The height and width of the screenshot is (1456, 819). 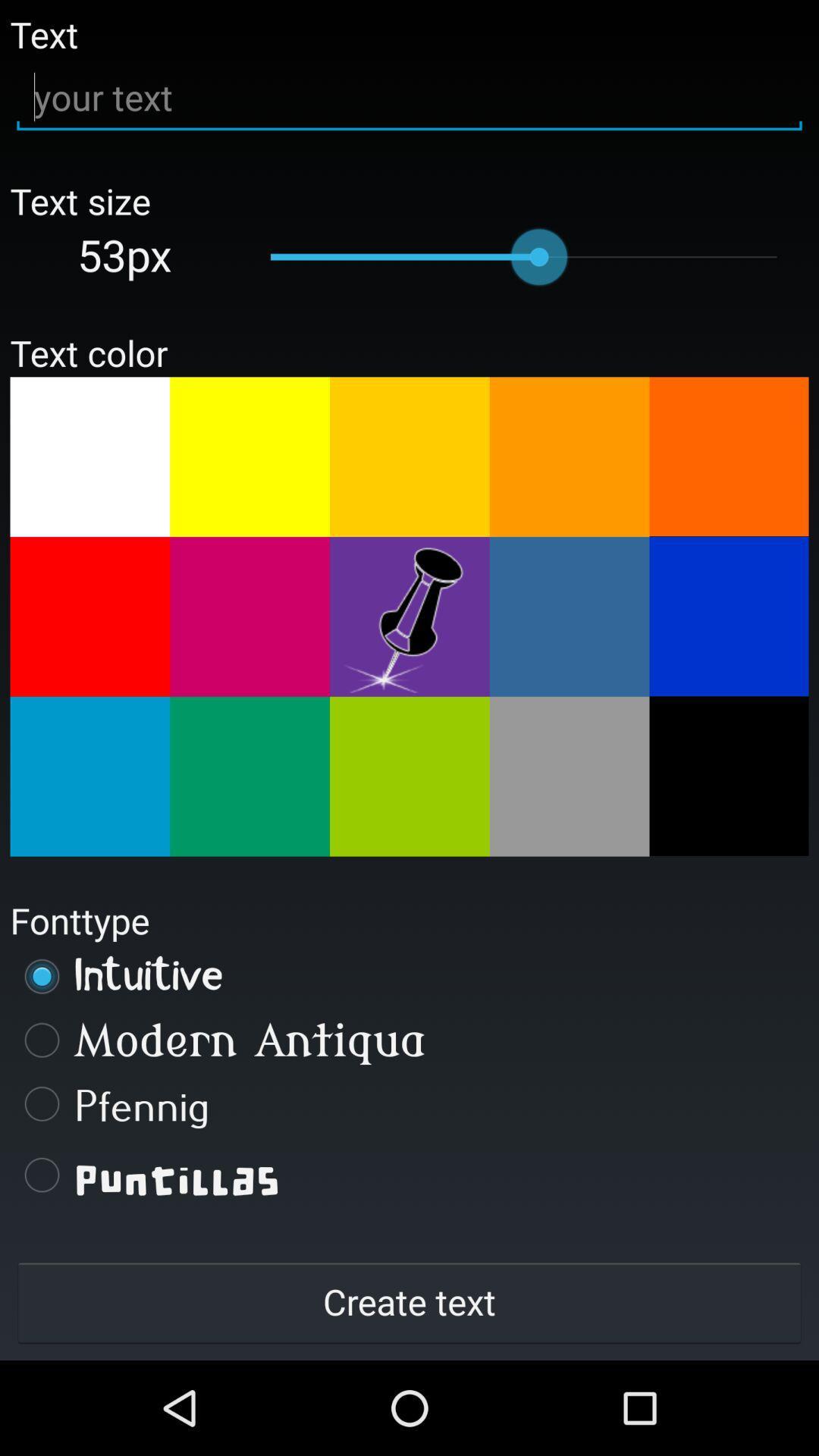 What do you see at coordinates (409, 1103) in the screenshot?
I see `the icon below modern antiqua item` at bounding box center [409, 1103].